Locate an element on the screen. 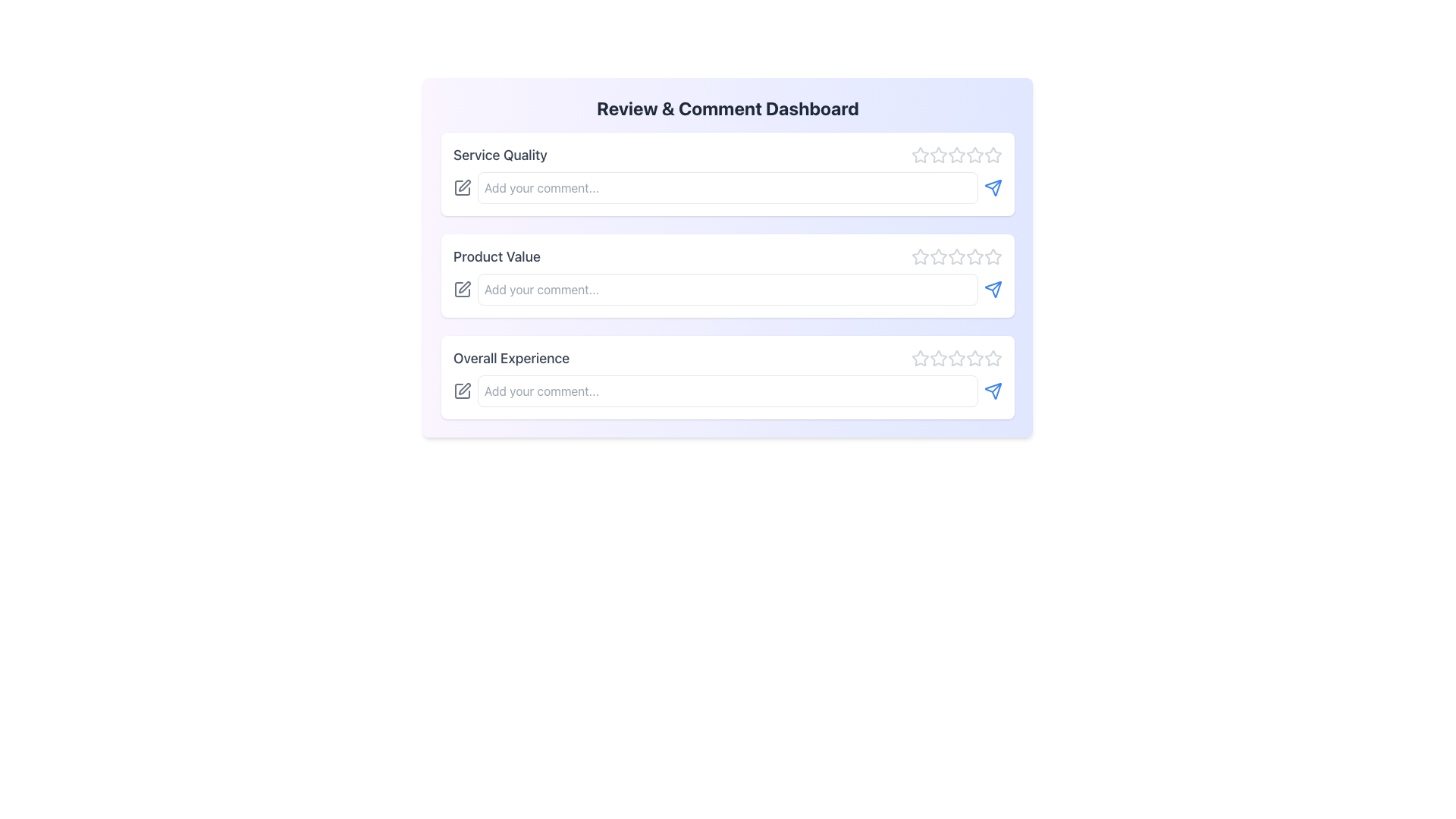  the first star icon in the rating line for 'Overall Experience' to rate it is located at coordinates (919, 357).